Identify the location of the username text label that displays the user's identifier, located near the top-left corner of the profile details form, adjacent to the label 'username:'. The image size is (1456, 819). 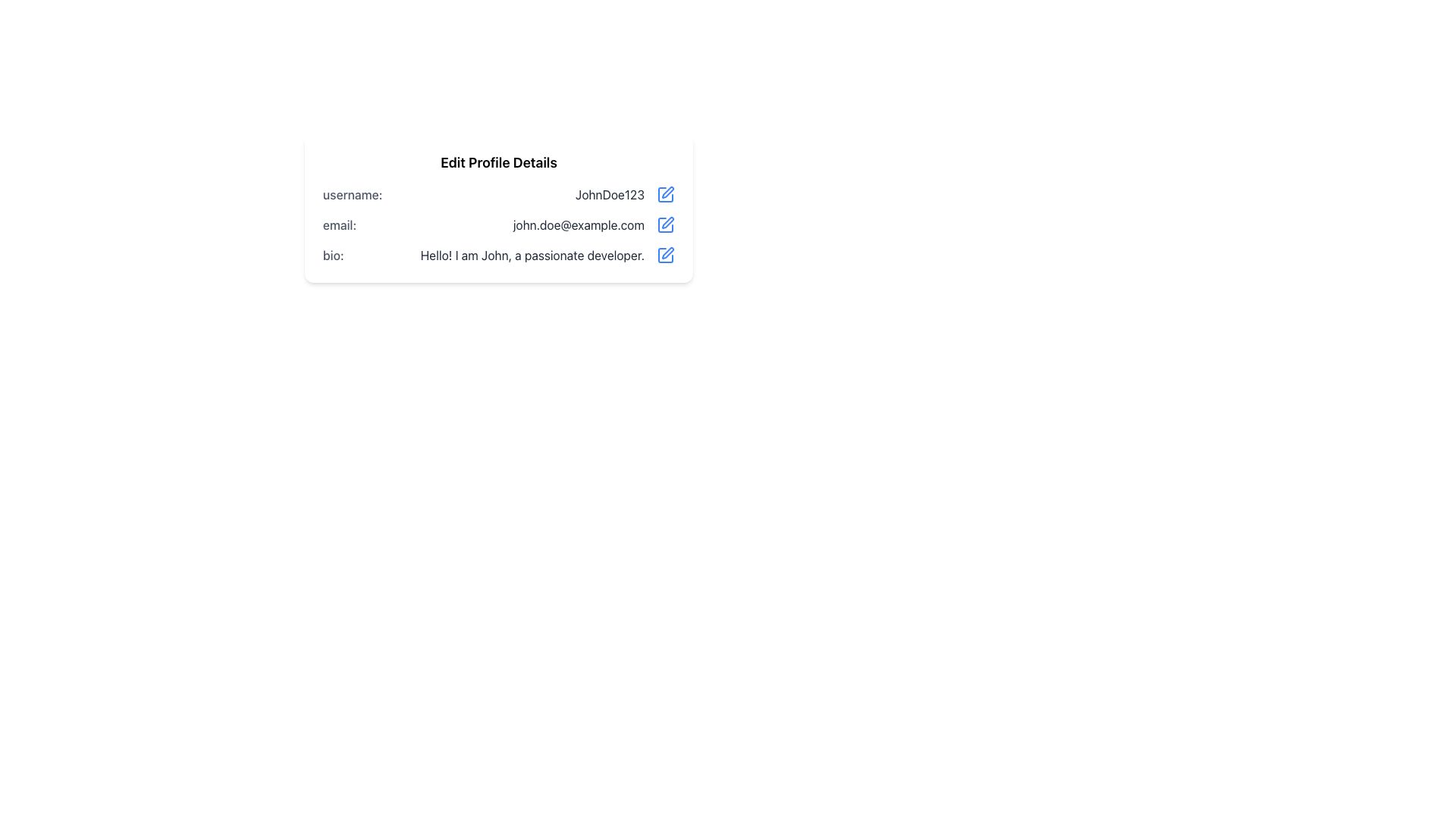
(610, 194).